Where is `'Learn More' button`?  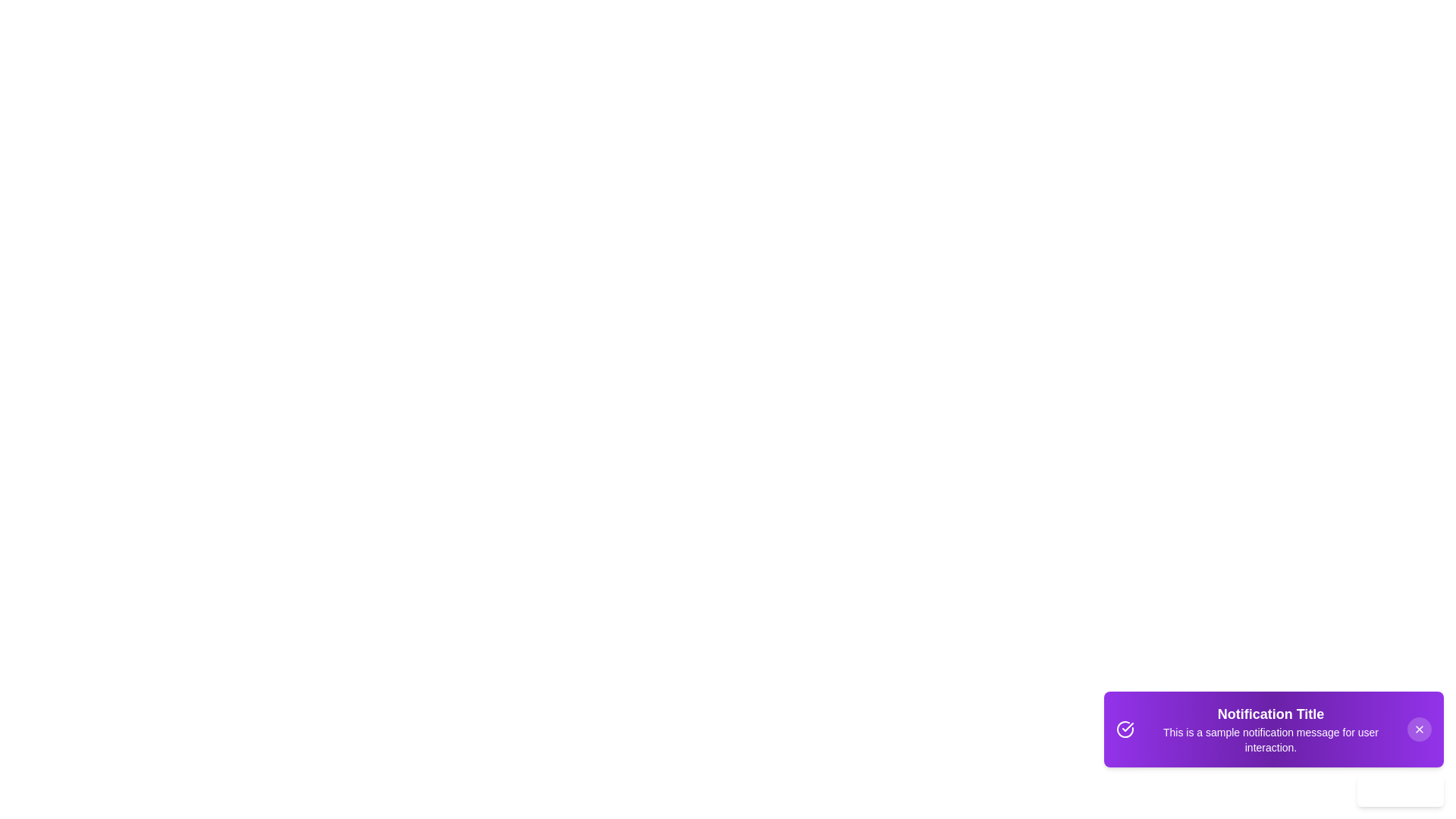 'Learn More' button is located at coordinates (1400, 791).